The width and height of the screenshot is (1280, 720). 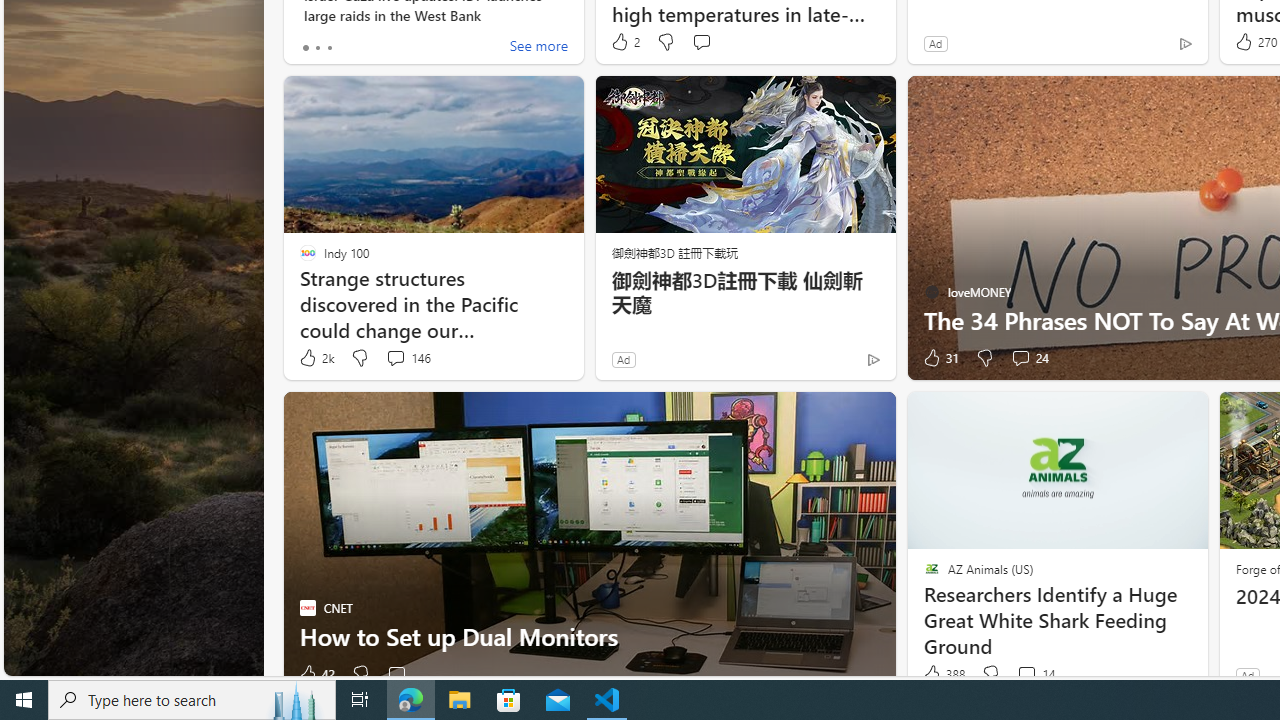 What do you see at coordinates (304, 46) in the screenshot?
I see `'tab-0'` at bounding box center [304, 46].